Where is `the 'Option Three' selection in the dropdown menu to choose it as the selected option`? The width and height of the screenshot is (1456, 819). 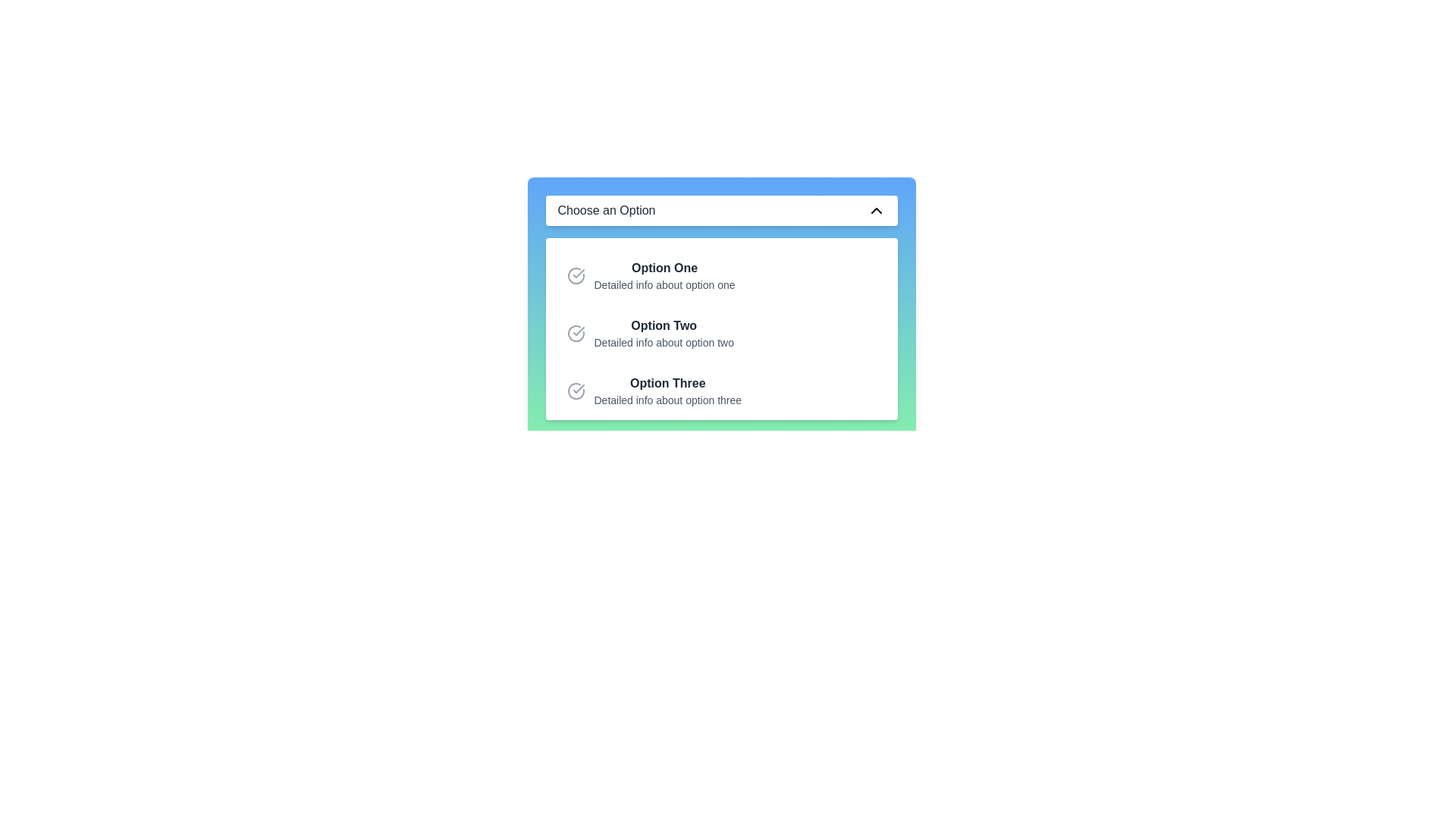 the 'Option Three' selection in the dropdown menu to choose it as the selected option is located at coordinates (720, 391).